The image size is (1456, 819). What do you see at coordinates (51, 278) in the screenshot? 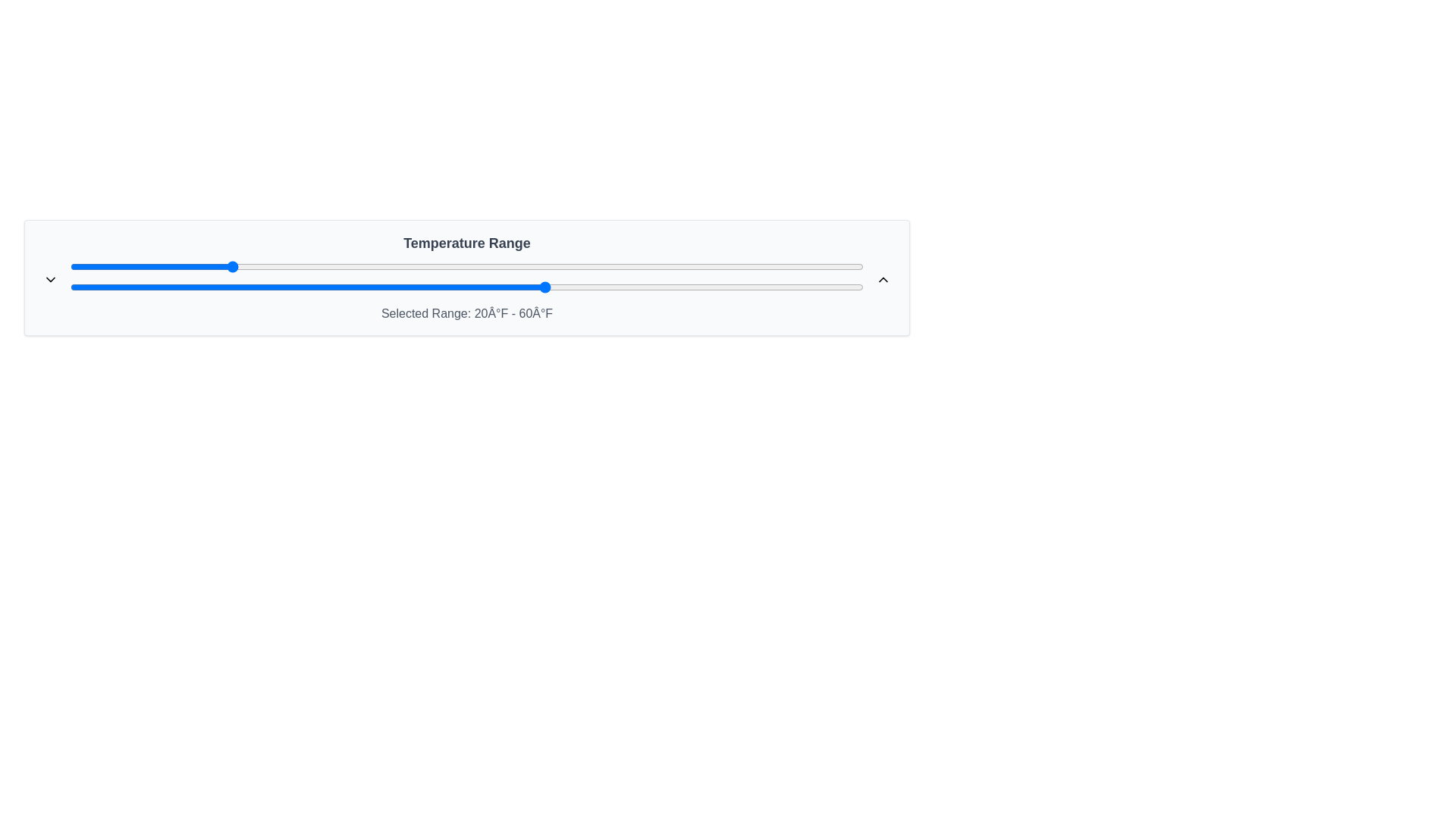
I see `the decrease button located on the left side of the horizontal layout to decrease the minimum value of the range represented by the sliders` at bounding box center [51, 278].